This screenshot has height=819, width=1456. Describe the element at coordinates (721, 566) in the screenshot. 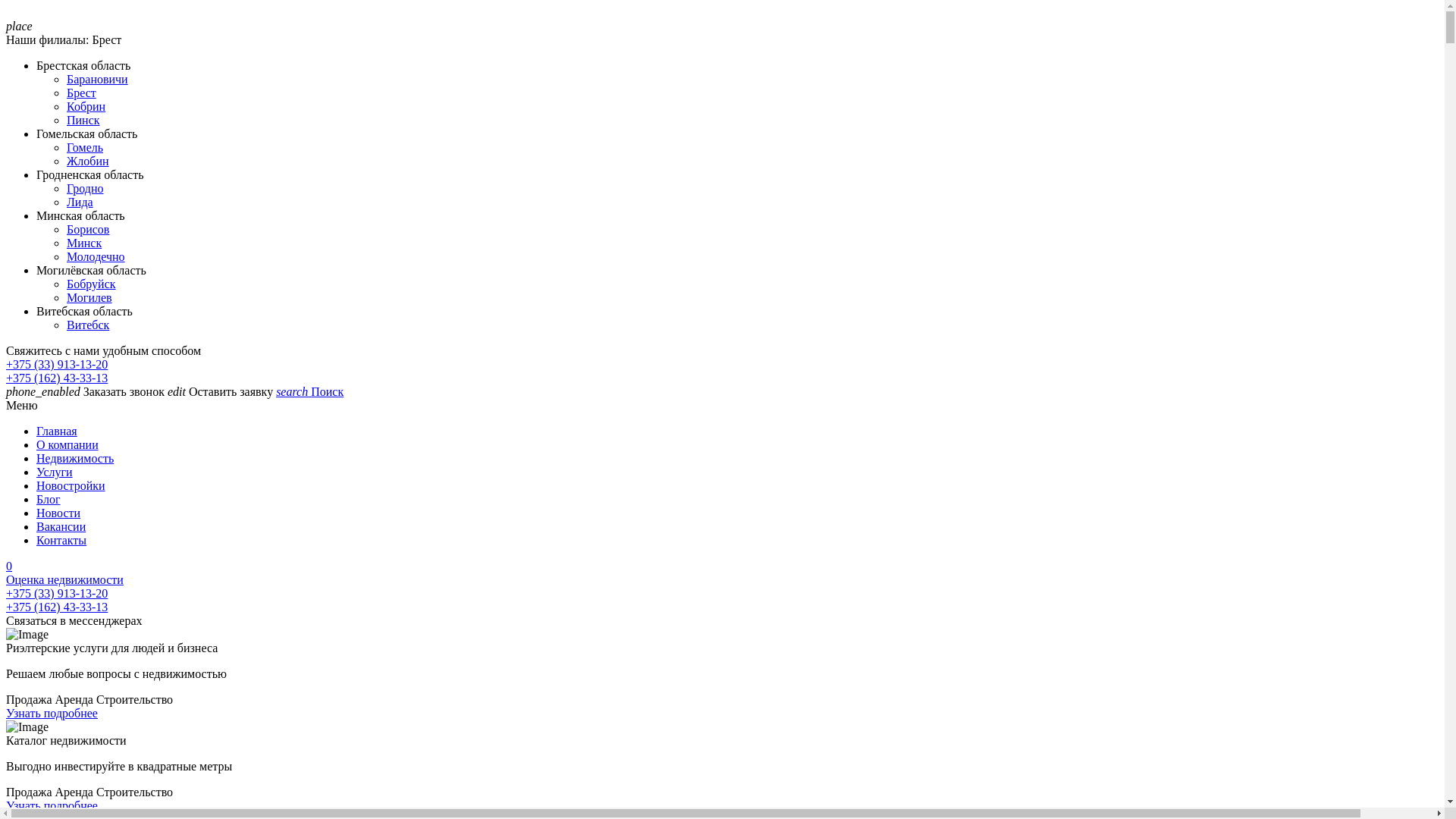

I see `'0'` at that location.